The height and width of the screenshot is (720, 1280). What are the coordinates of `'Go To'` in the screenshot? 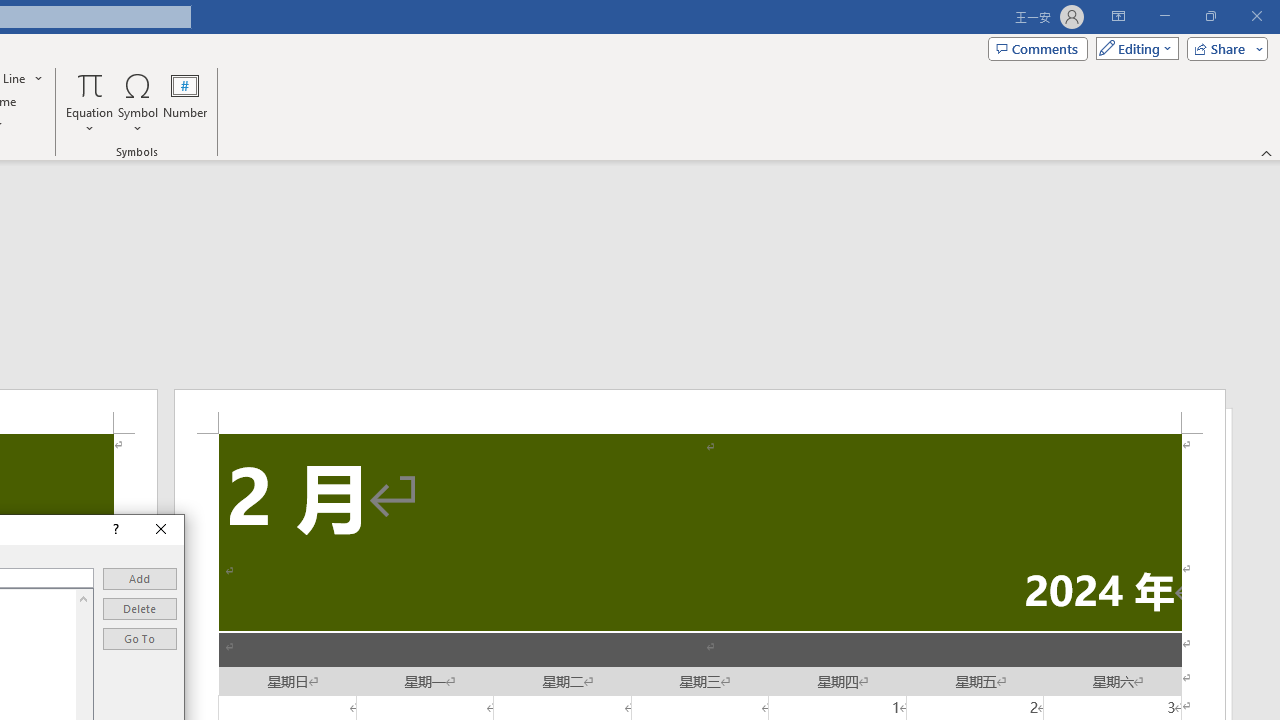 It's located at (139, 639).